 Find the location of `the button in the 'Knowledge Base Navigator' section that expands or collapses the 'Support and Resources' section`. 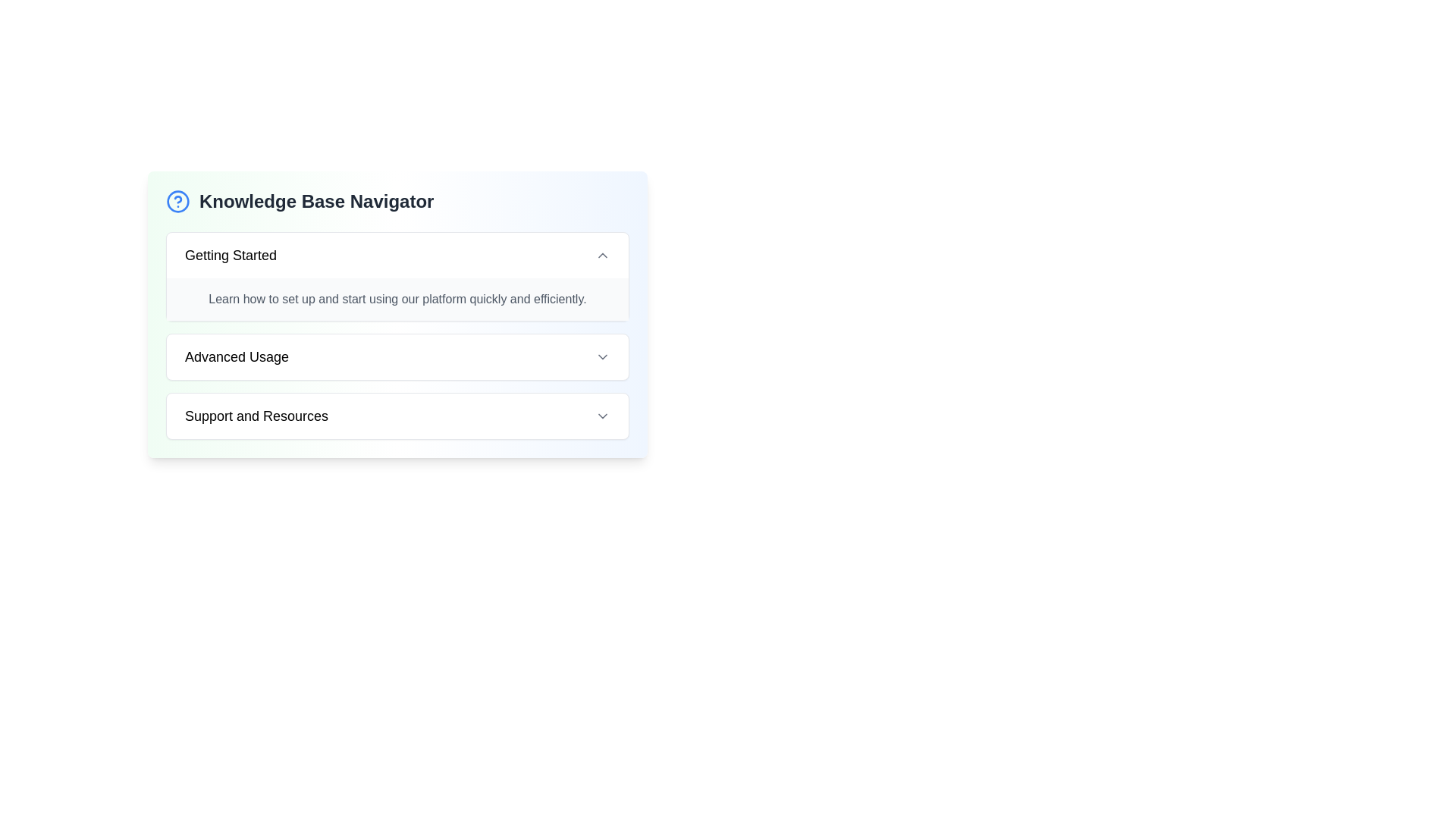

the button in the 'Knowledge Base Navigator' section that expands or collapses the 'Support and Resources' section is located at coordinates (397, 416).